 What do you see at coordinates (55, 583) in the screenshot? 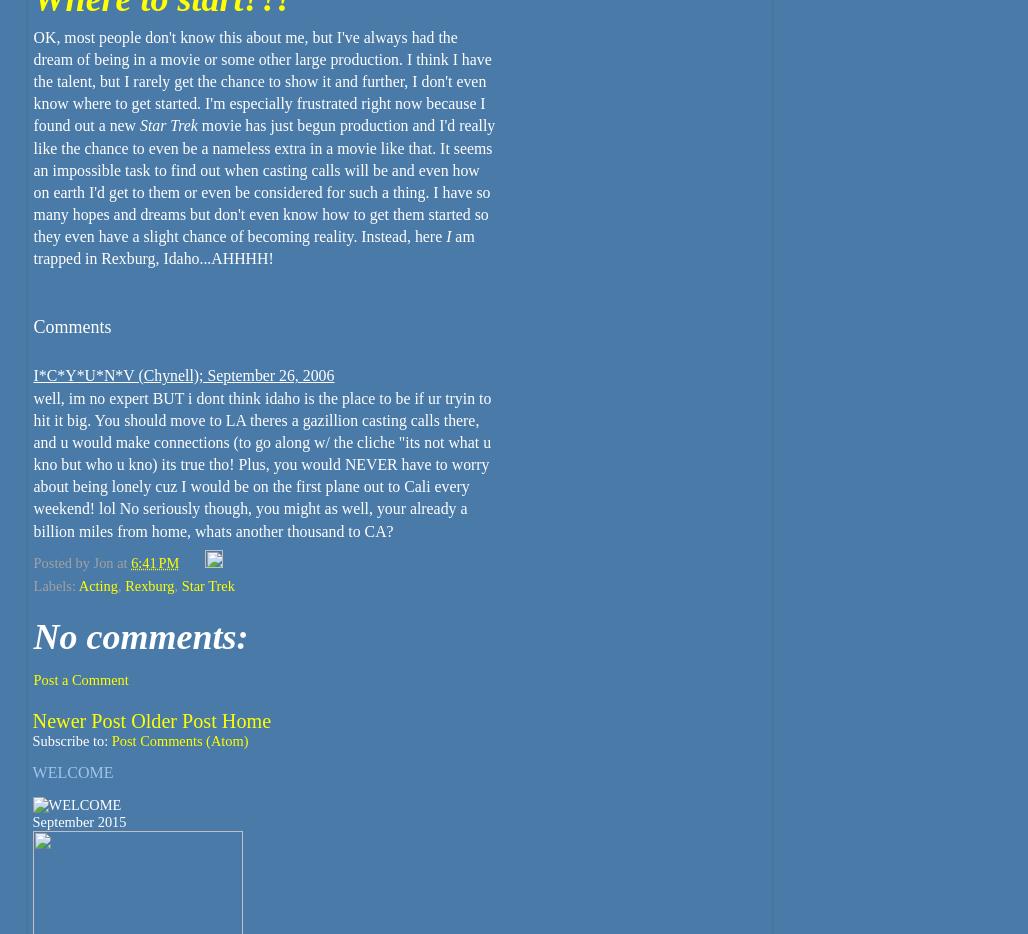
I see `'Labels:'` at bounding box center [55, 583].